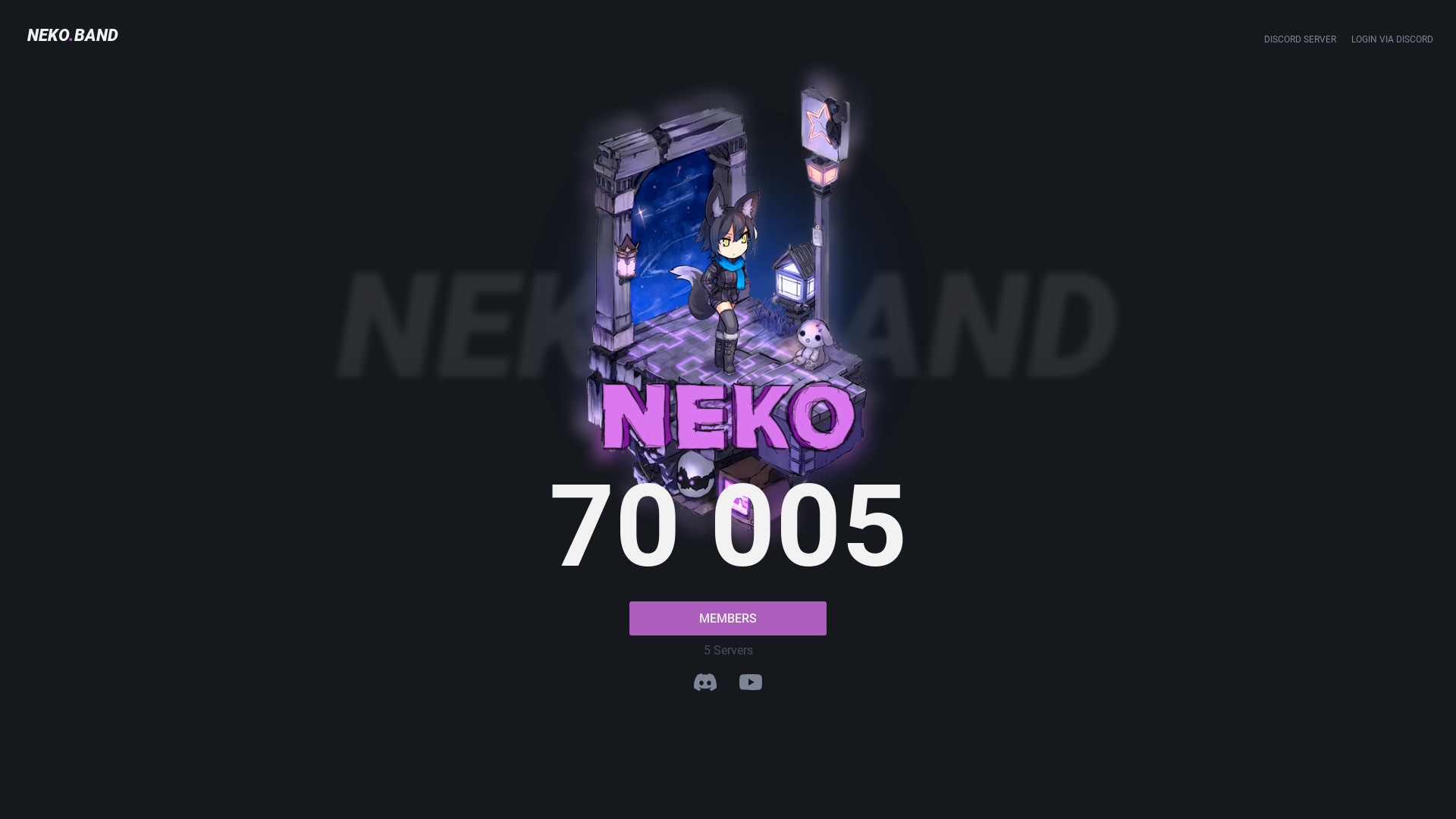 The height and width of the screenshot is (819, 1456). I want to click on 'LOGIN VIA DISCORD', so click(1392, 38).